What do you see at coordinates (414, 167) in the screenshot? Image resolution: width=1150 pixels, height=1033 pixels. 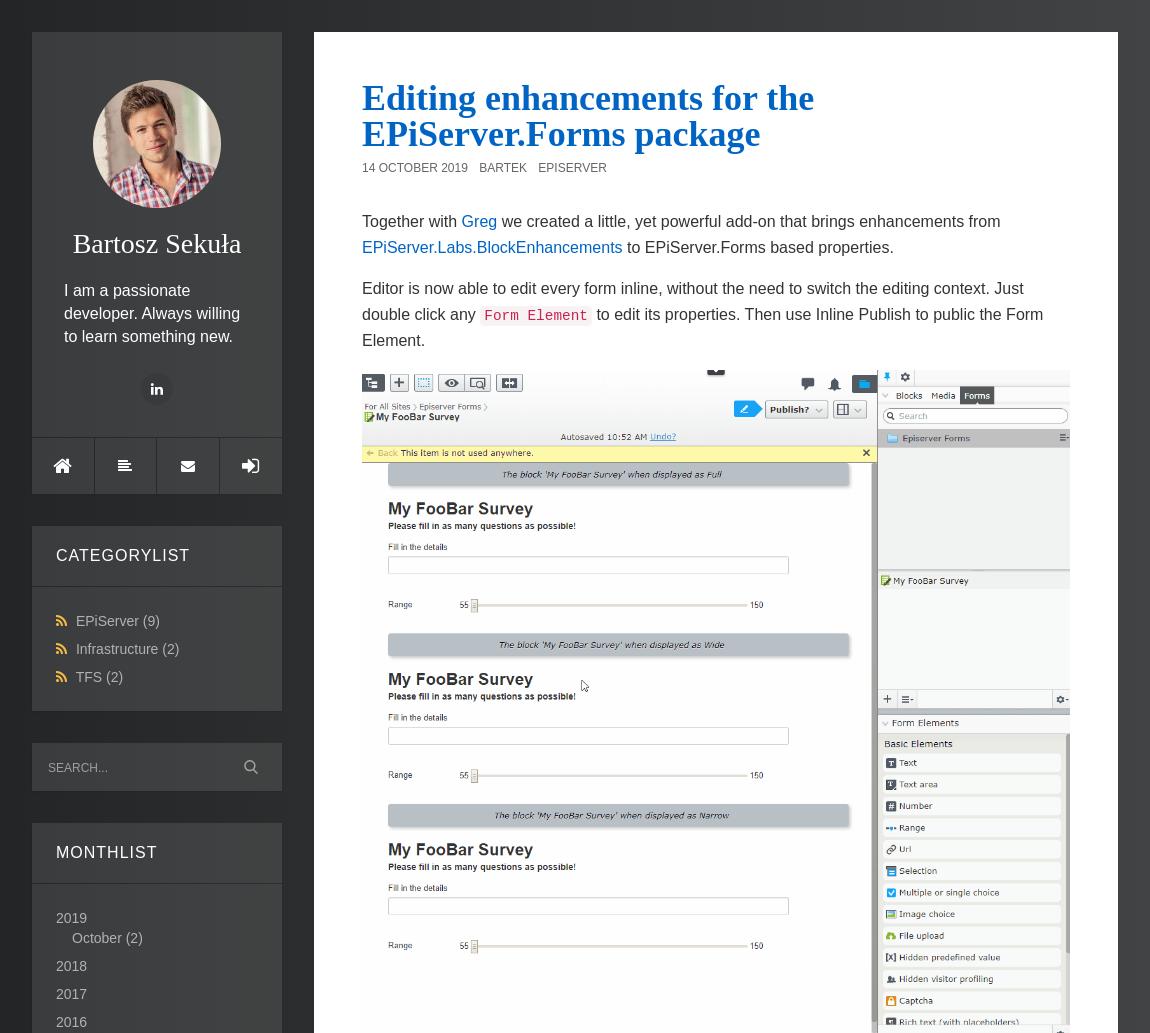 I see `'14 October 2019'` at bounding box center [414, 167].